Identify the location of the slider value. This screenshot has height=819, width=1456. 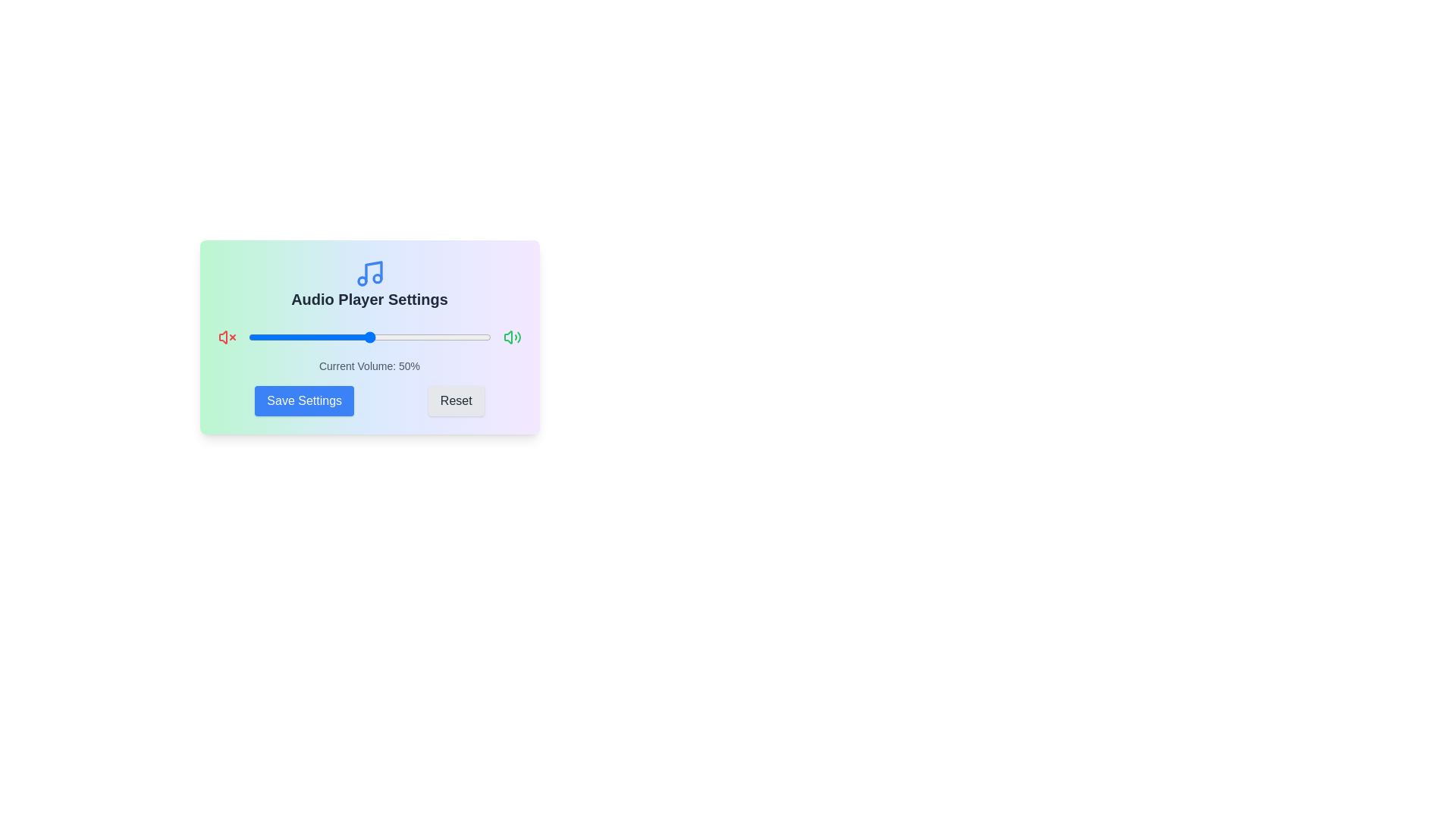
(318, 336).